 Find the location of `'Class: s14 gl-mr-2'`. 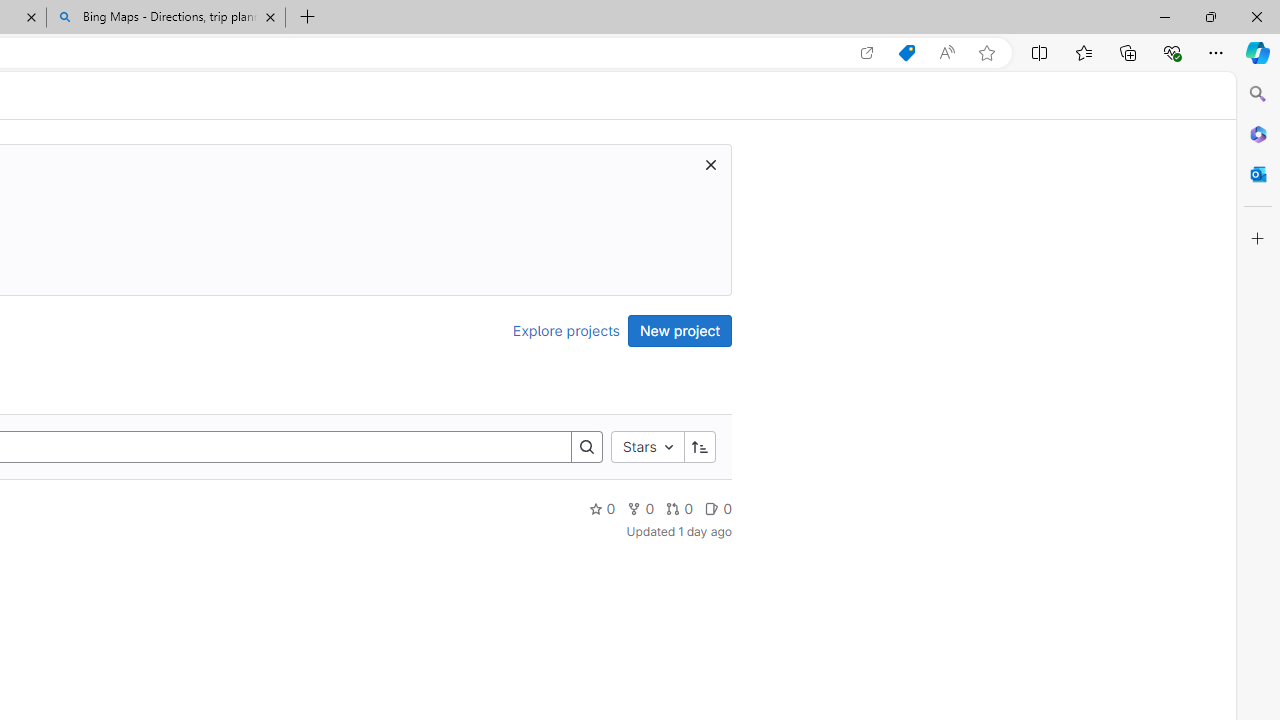

'Class: s14 gl-mr-2' is located at coordinates (712, 507).